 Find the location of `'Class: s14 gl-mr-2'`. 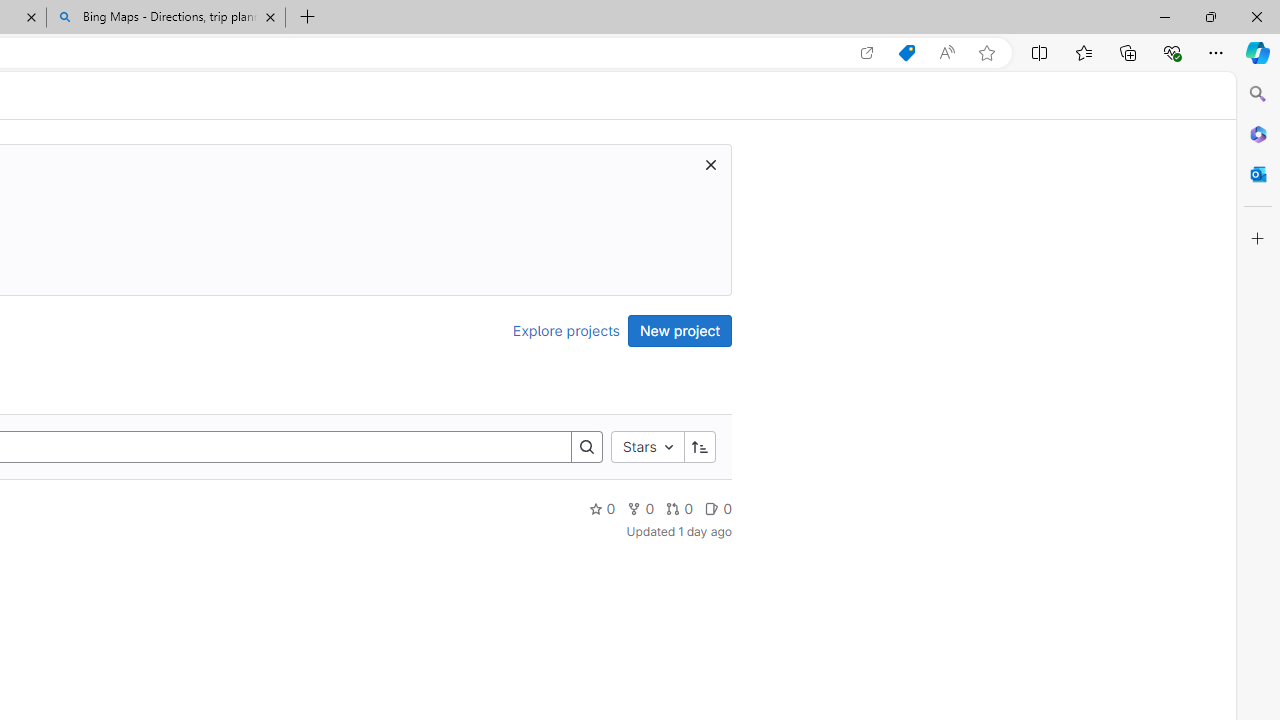

'Class: s14 gl-mr-2' is located at coordinates (712, 507).